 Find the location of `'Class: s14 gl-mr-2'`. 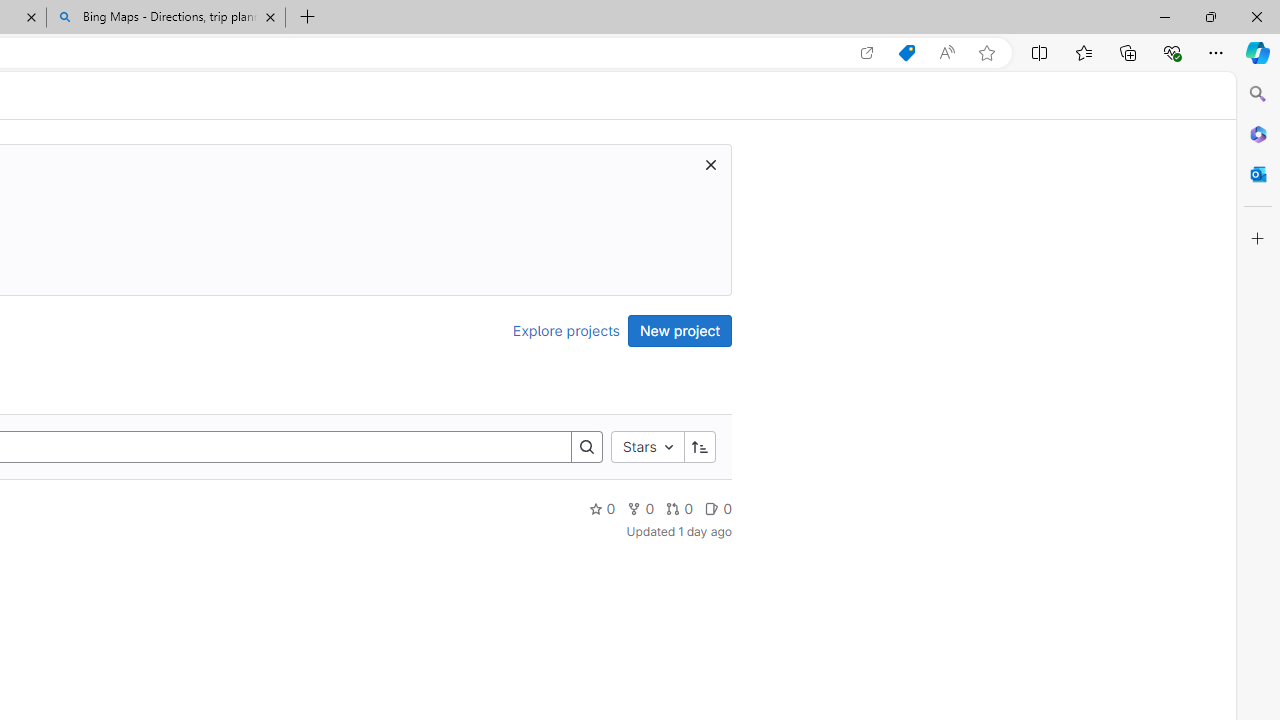

'Class: s14 gl-mr-2' is located at coordinates (712, 507).